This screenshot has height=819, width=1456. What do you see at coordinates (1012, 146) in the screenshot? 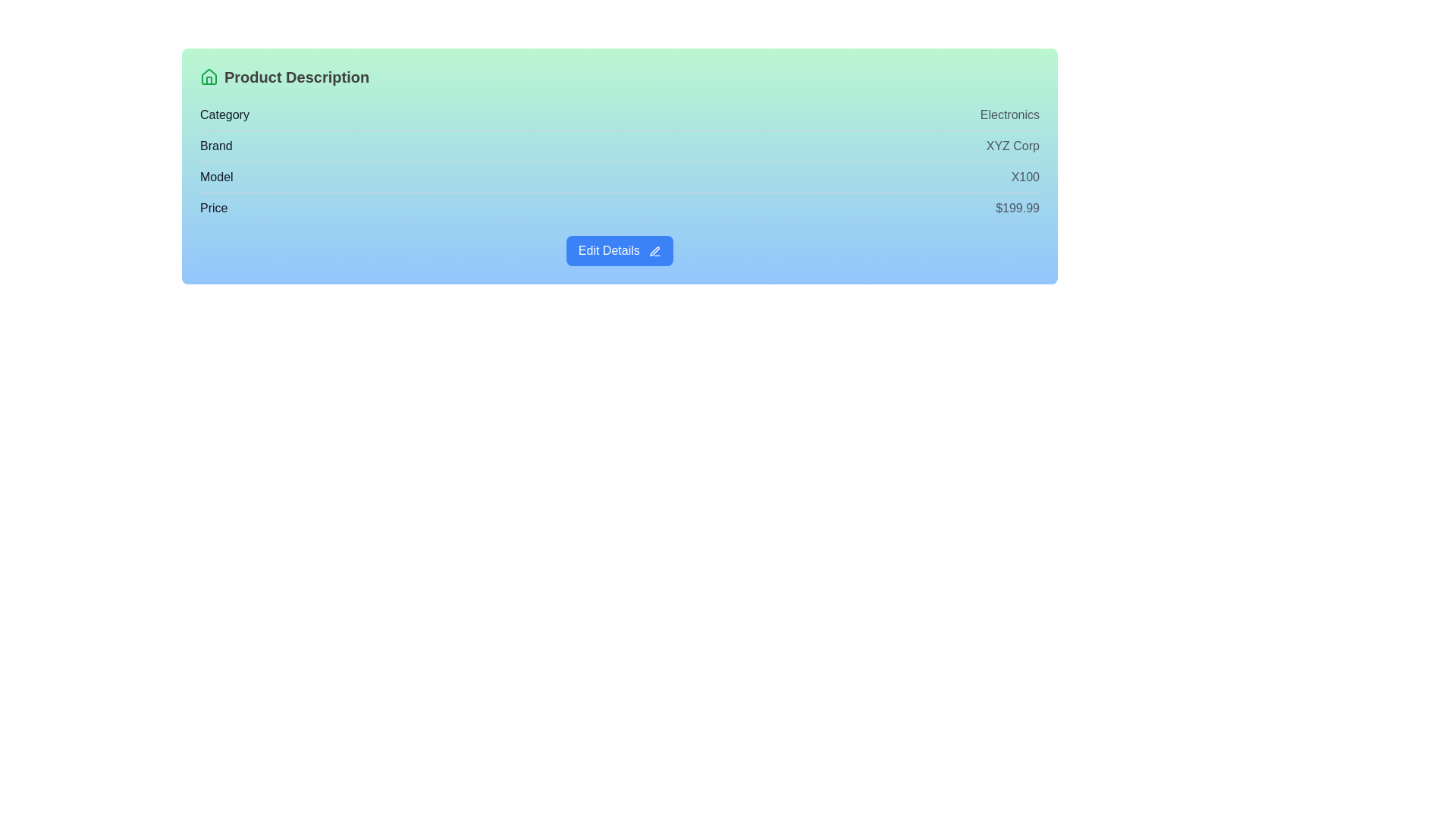
I see `text displayed in the Text label showing 'XYZ Corp', which is styled with a gray font and positioned to the right of the 'Brand' label` at bounding box center [1012, 146].